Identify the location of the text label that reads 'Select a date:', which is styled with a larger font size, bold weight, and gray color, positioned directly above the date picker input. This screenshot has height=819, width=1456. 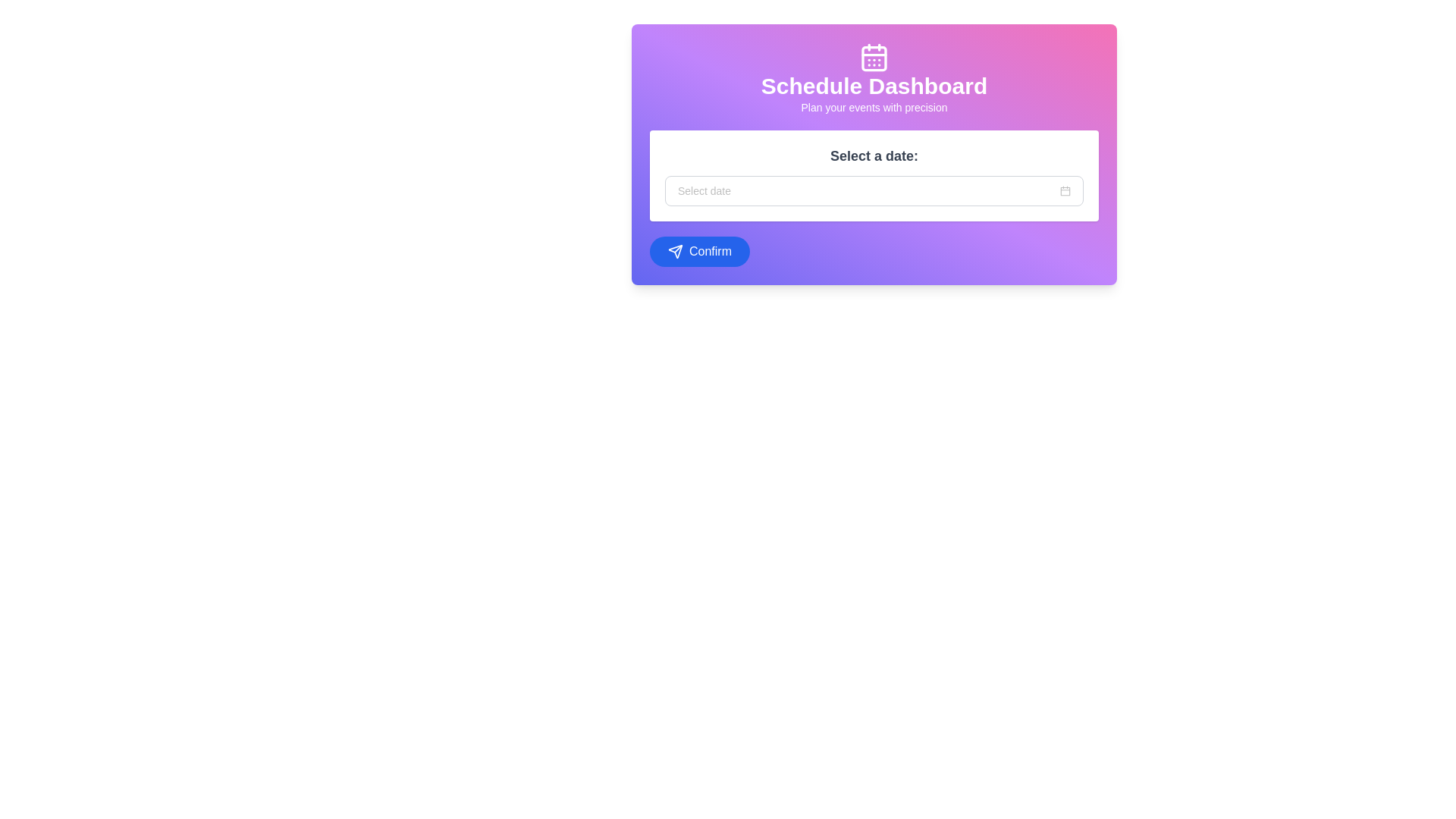
(874, 155).